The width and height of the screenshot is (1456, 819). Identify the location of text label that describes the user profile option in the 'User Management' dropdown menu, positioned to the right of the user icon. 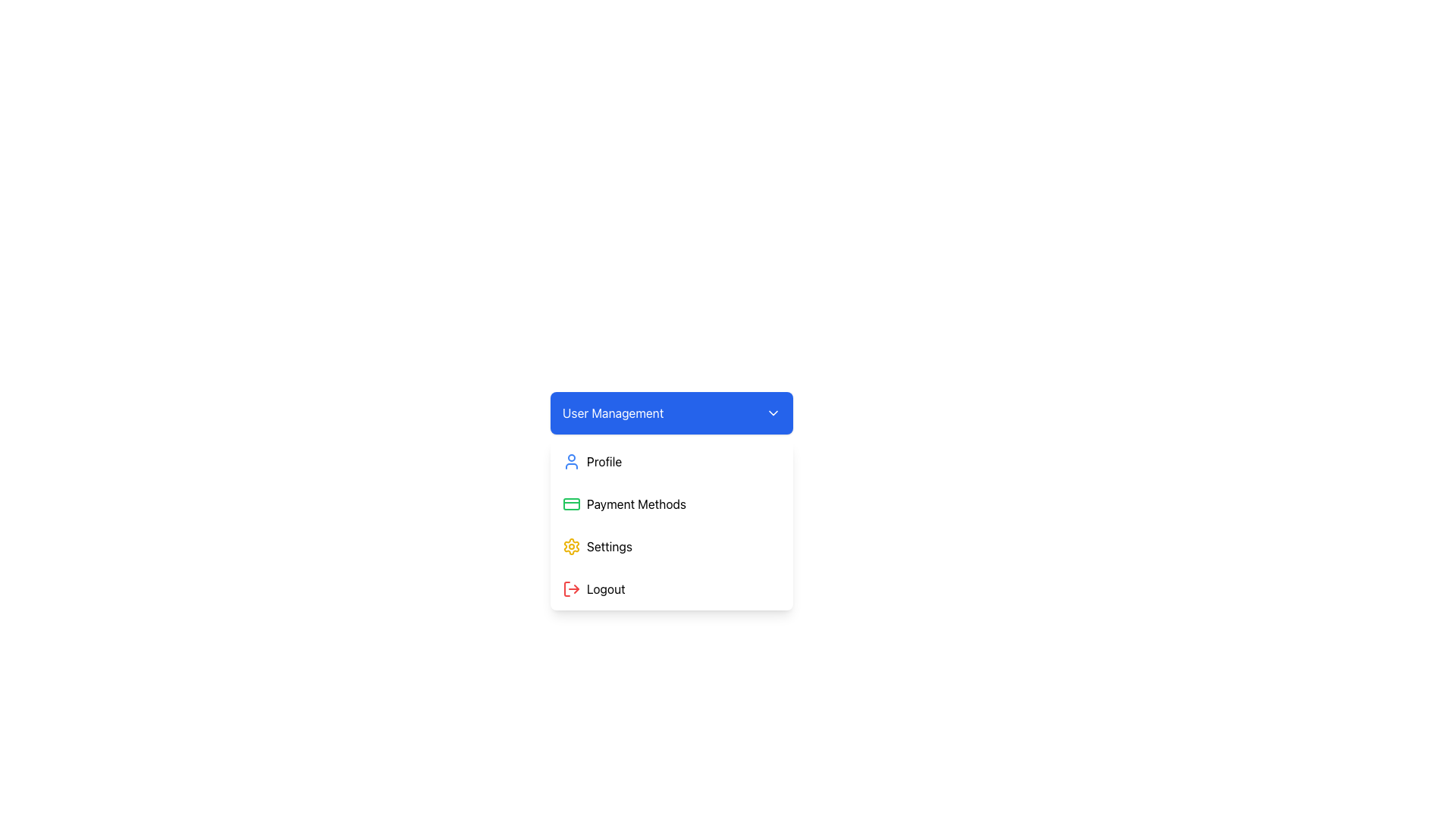
(604, 461).